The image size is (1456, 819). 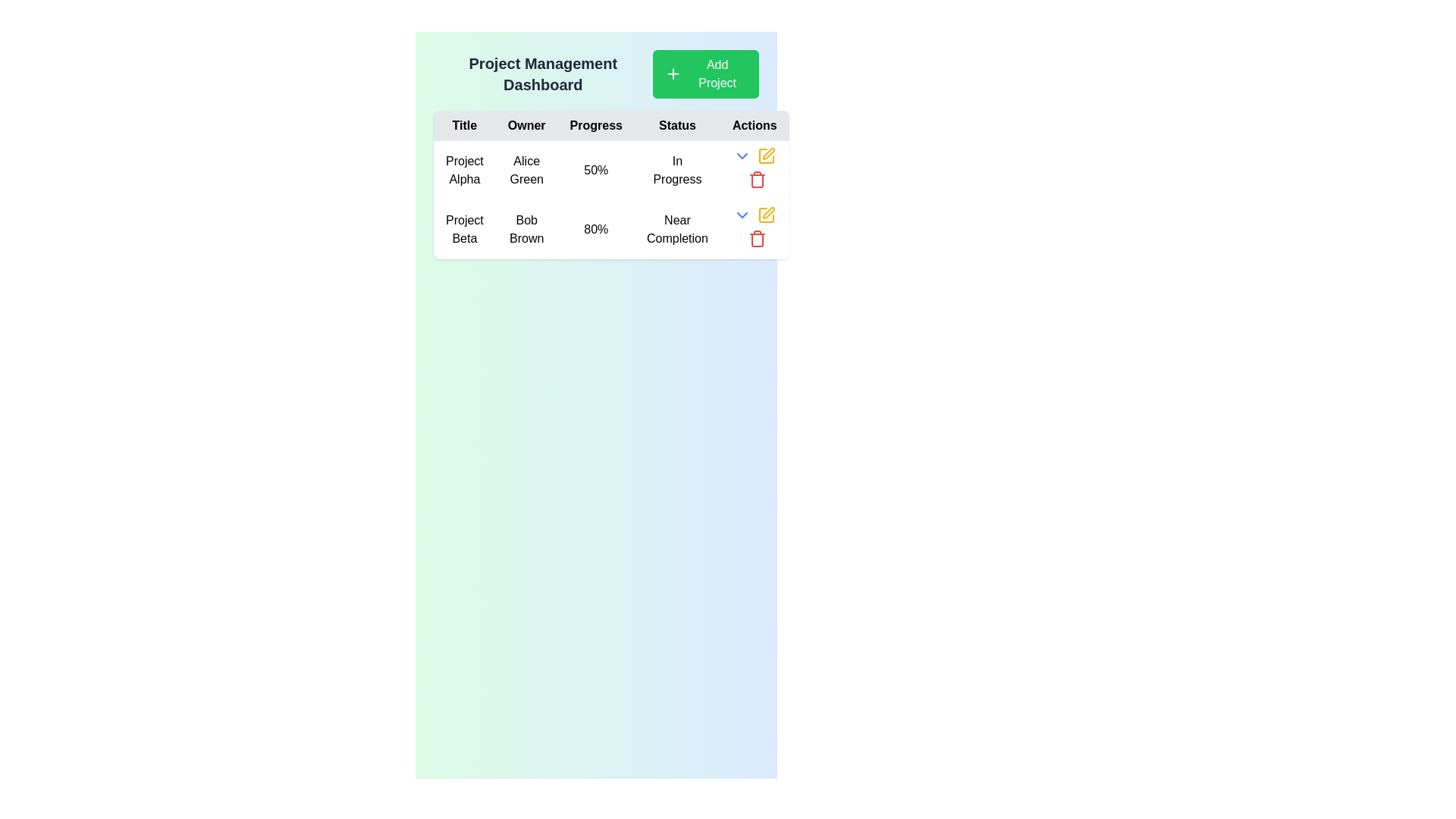 What do you see at coordinates (704, 74) in the screenshot?
I see `the 'Add New Project' button located near the top right section of the interface, adjacent to the header text 'Project Management Dashboard', to observe hover effects` at bounding box center [704, 74].